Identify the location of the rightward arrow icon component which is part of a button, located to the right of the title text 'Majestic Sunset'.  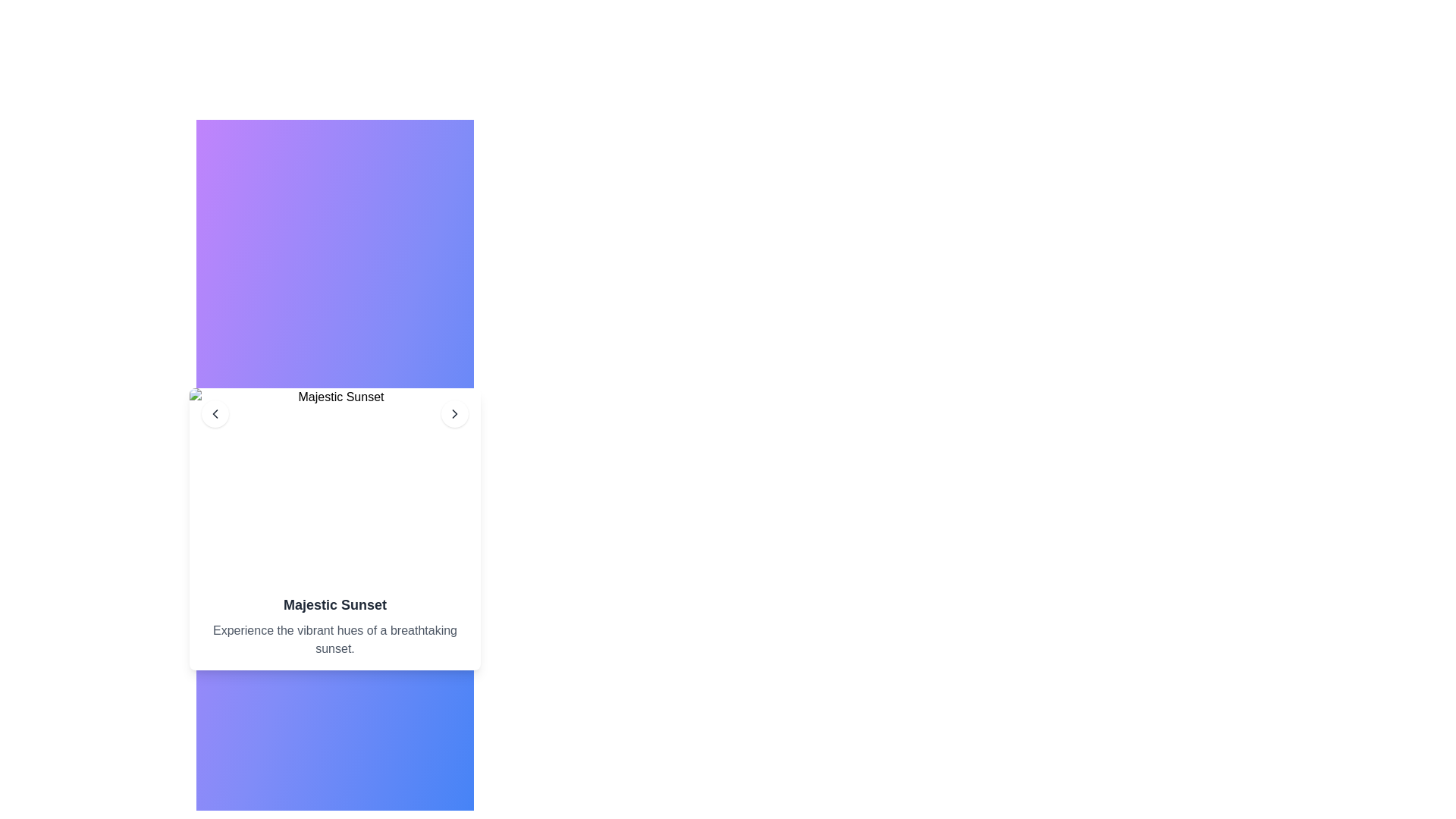
(454, 414).